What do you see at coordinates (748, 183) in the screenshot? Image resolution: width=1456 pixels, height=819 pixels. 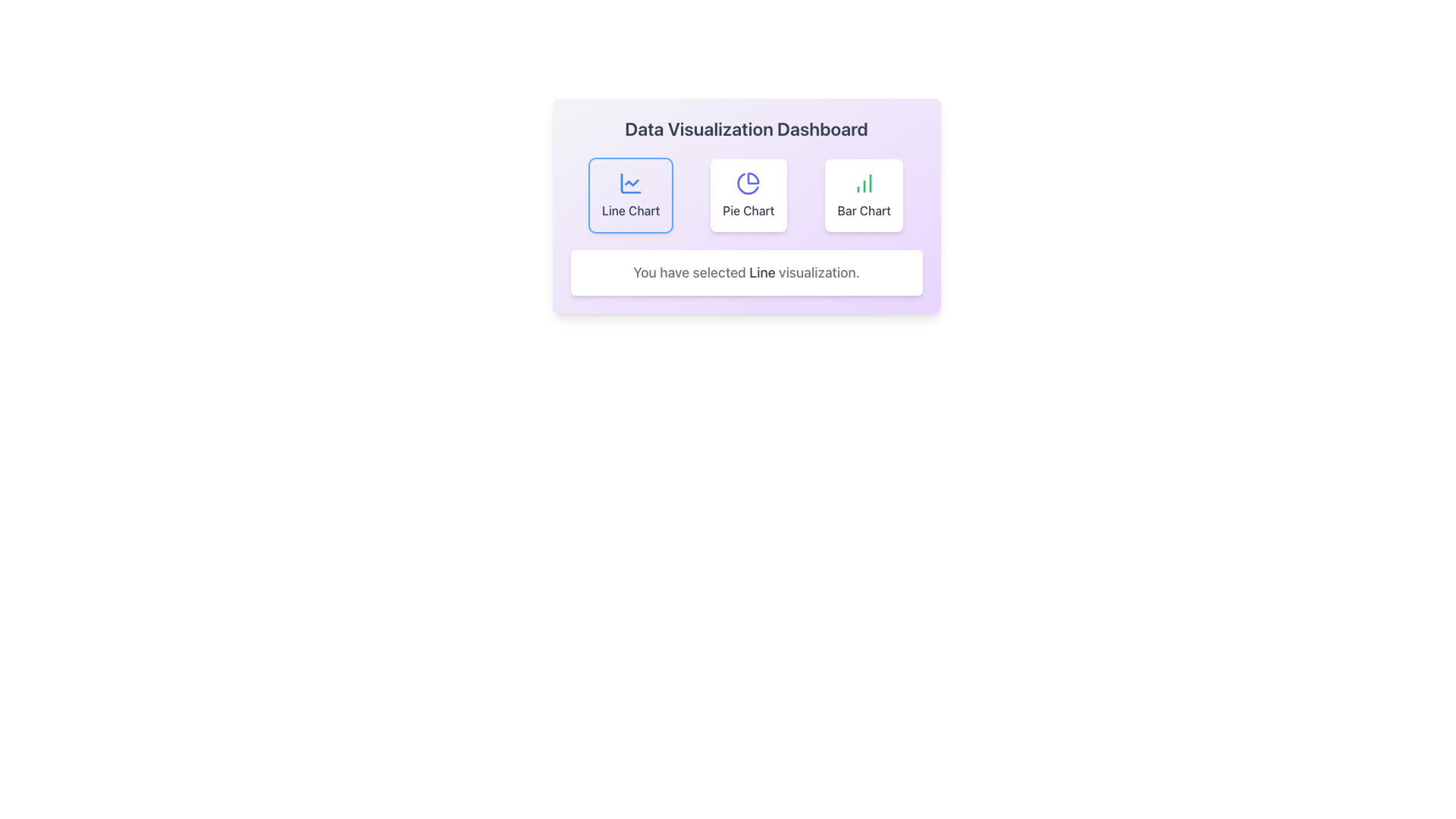 I see `the decorative pie chart icon located centrally within the 'Pie Chart' card on the dashboard, positioned between the 'Line Chart' and 'Bar Chart' cards` at bounding box center [748, 183].